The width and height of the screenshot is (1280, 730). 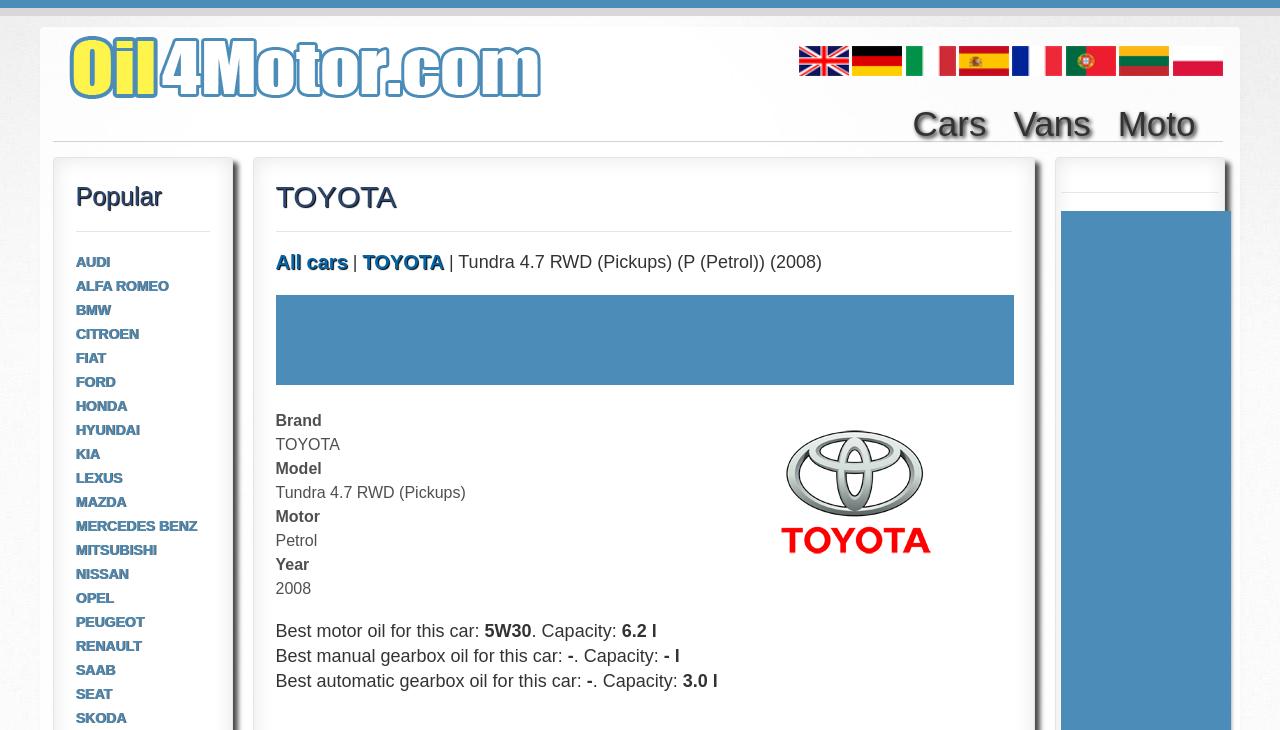 What do you see at coordinates (429, 681) in the screenshot?
I see `'Best automatic gearbox oil for this car:'` at bounding box center [429, 681].